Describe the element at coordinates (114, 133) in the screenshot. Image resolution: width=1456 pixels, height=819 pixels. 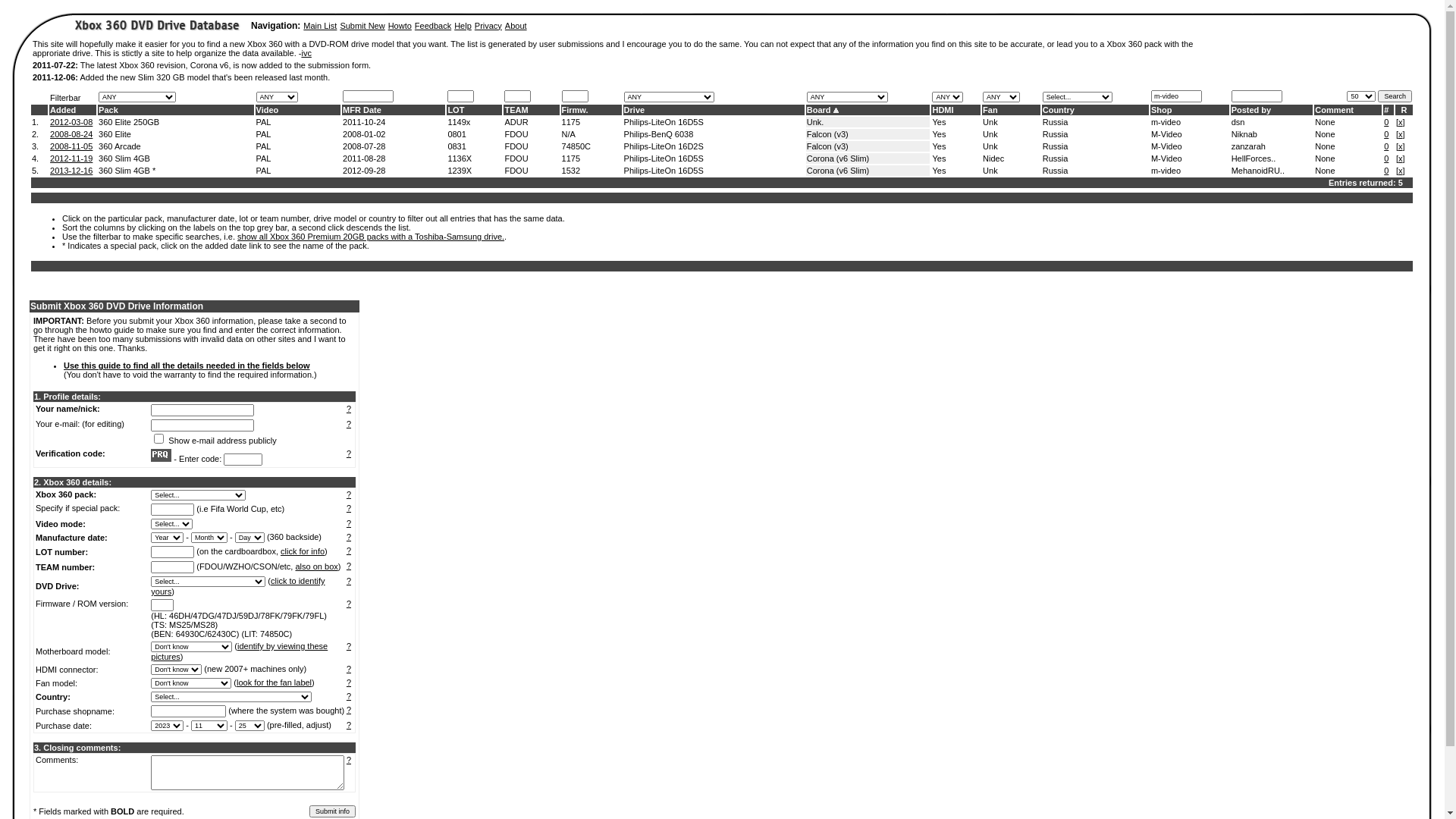
I see `'360 Elite'` at that location.